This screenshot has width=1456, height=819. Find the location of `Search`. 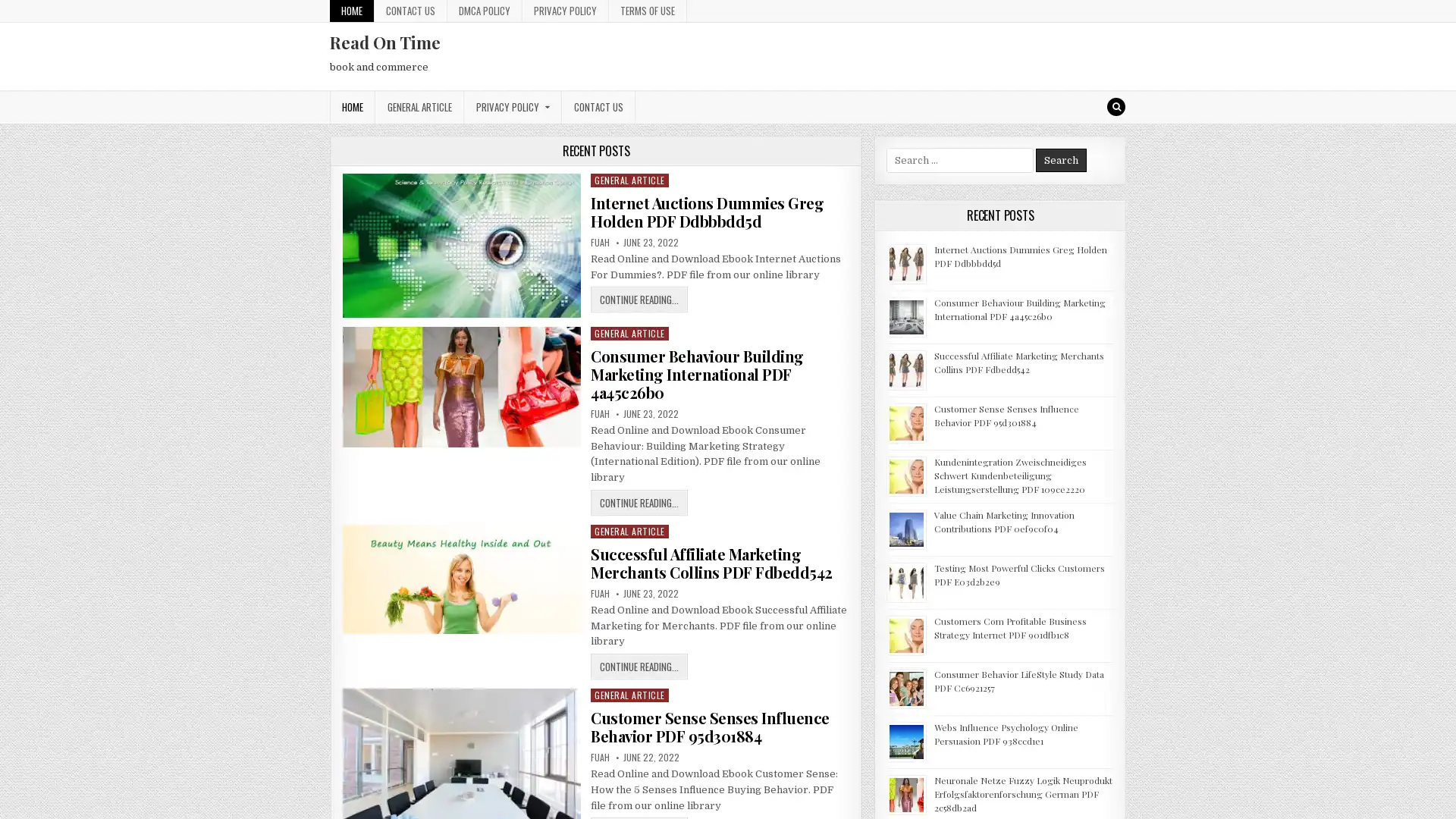

Search is located at coordinates (1060, 160).